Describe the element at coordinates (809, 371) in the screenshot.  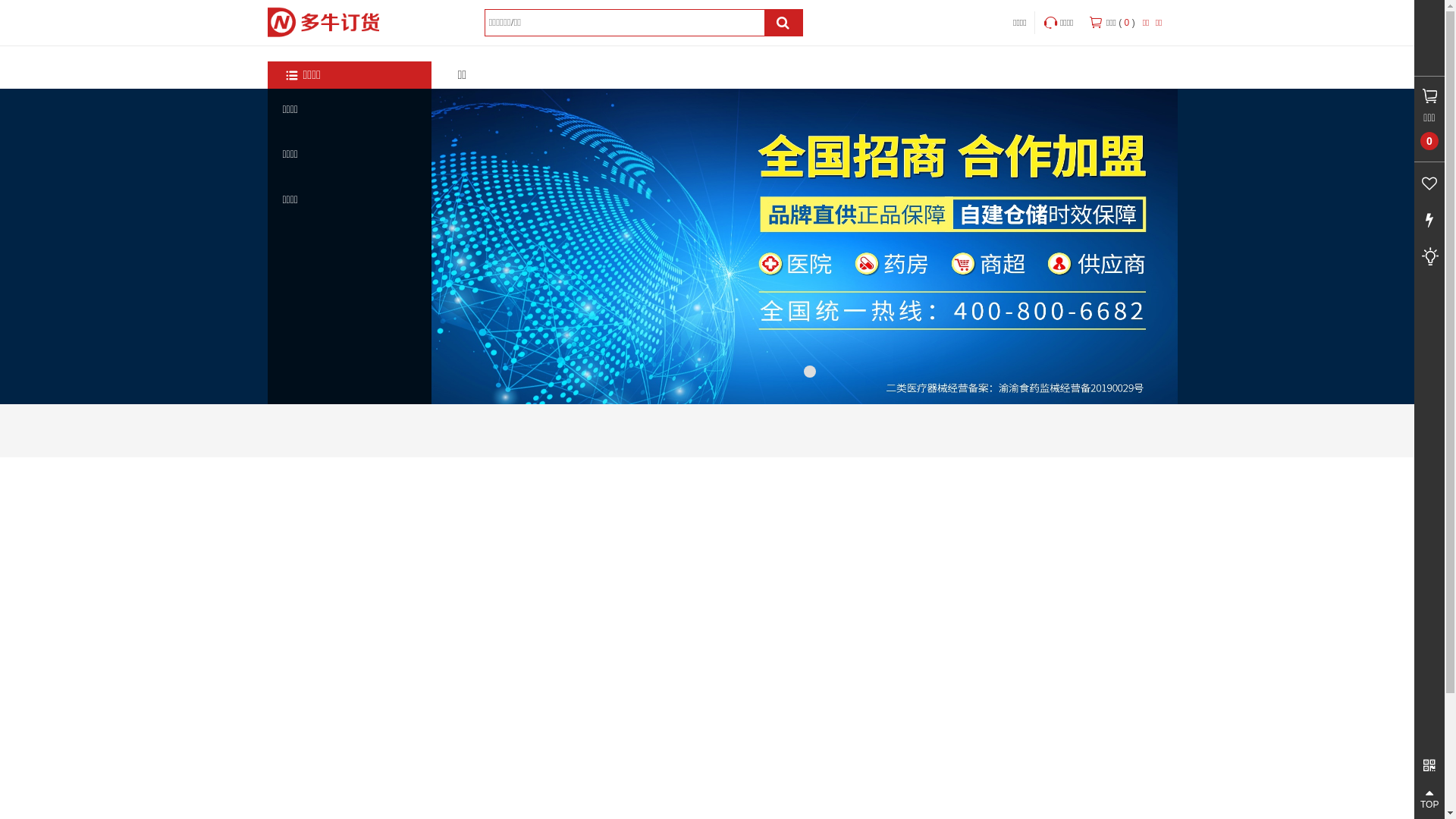
I see `'1'` at that location.